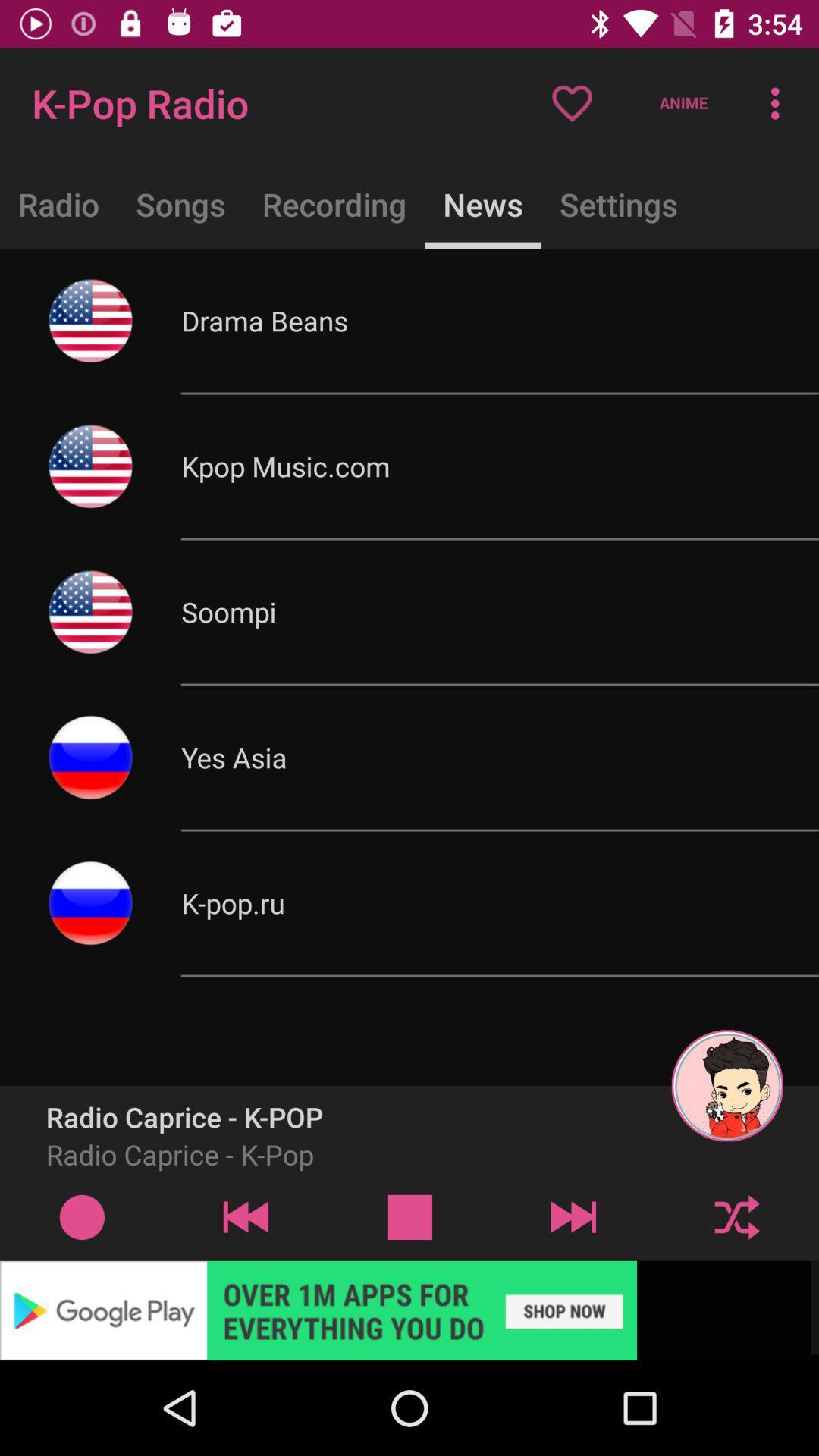 This screenshot has width=819, height=1456. I want to click on previous music, so click(245, 1216).